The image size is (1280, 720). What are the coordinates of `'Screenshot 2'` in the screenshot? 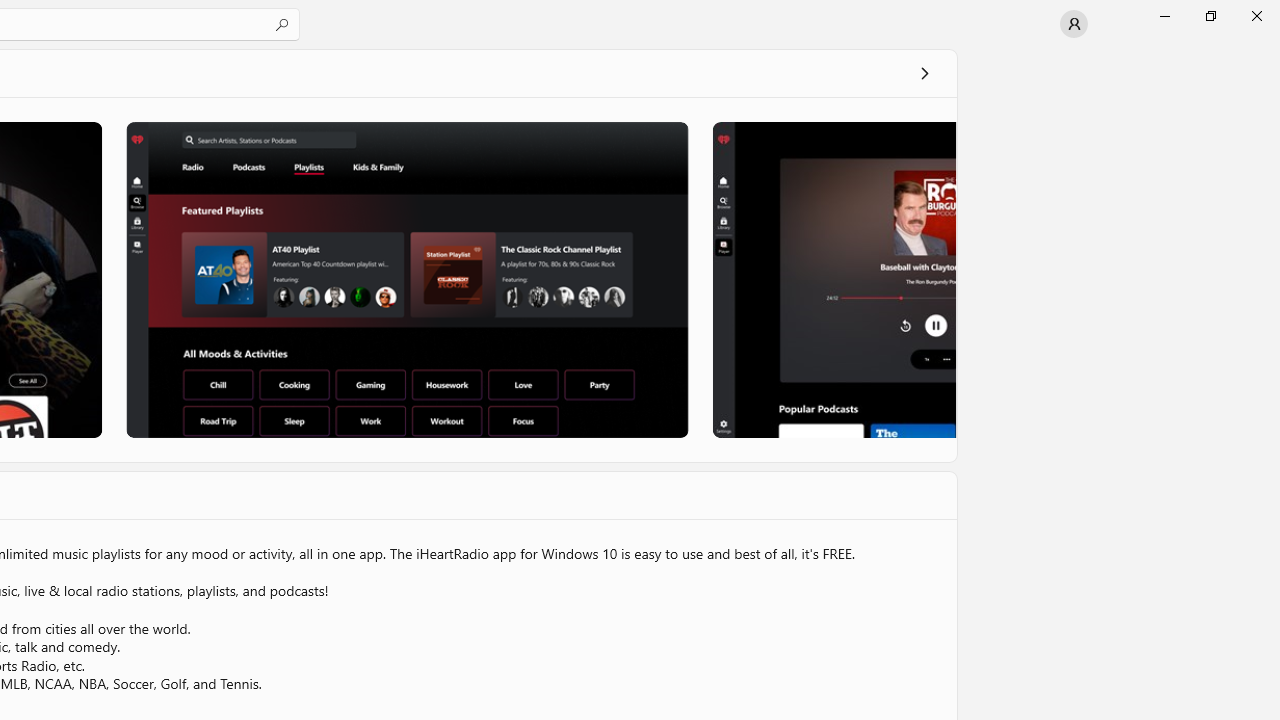 It's located at (406, 279).